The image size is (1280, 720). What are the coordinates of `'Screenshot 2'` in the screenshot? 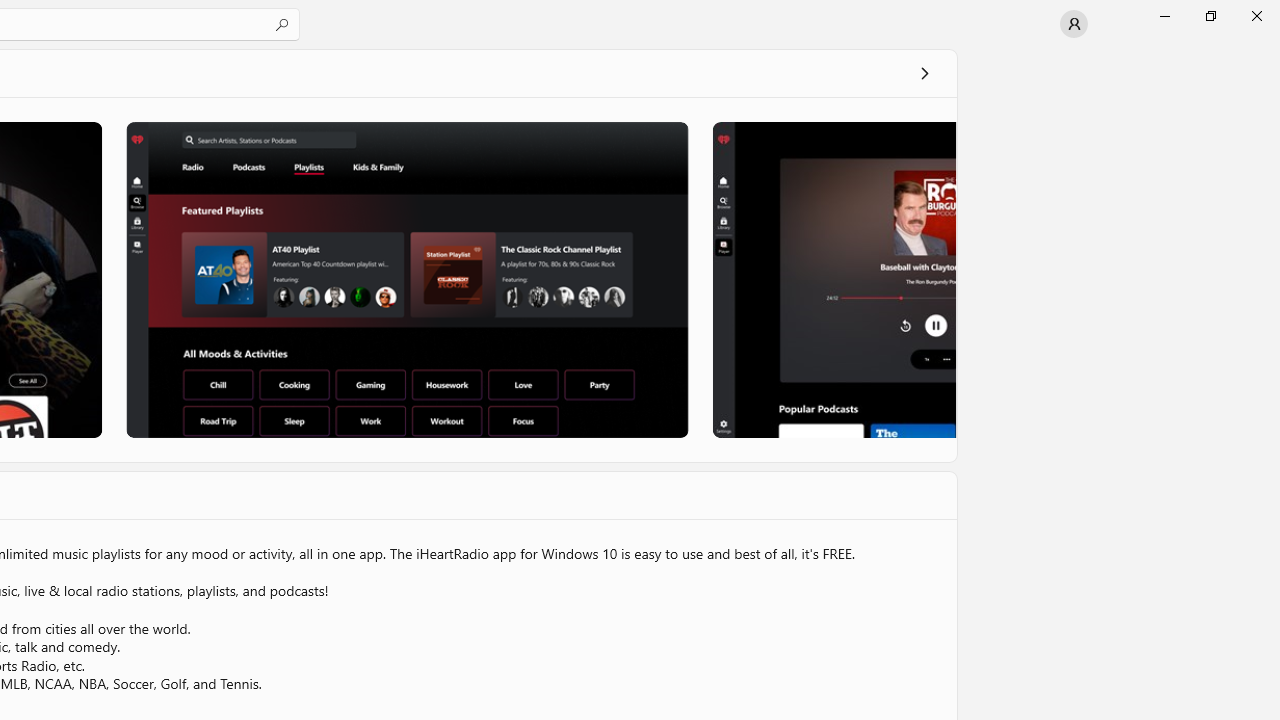 It's located at (406, 279).